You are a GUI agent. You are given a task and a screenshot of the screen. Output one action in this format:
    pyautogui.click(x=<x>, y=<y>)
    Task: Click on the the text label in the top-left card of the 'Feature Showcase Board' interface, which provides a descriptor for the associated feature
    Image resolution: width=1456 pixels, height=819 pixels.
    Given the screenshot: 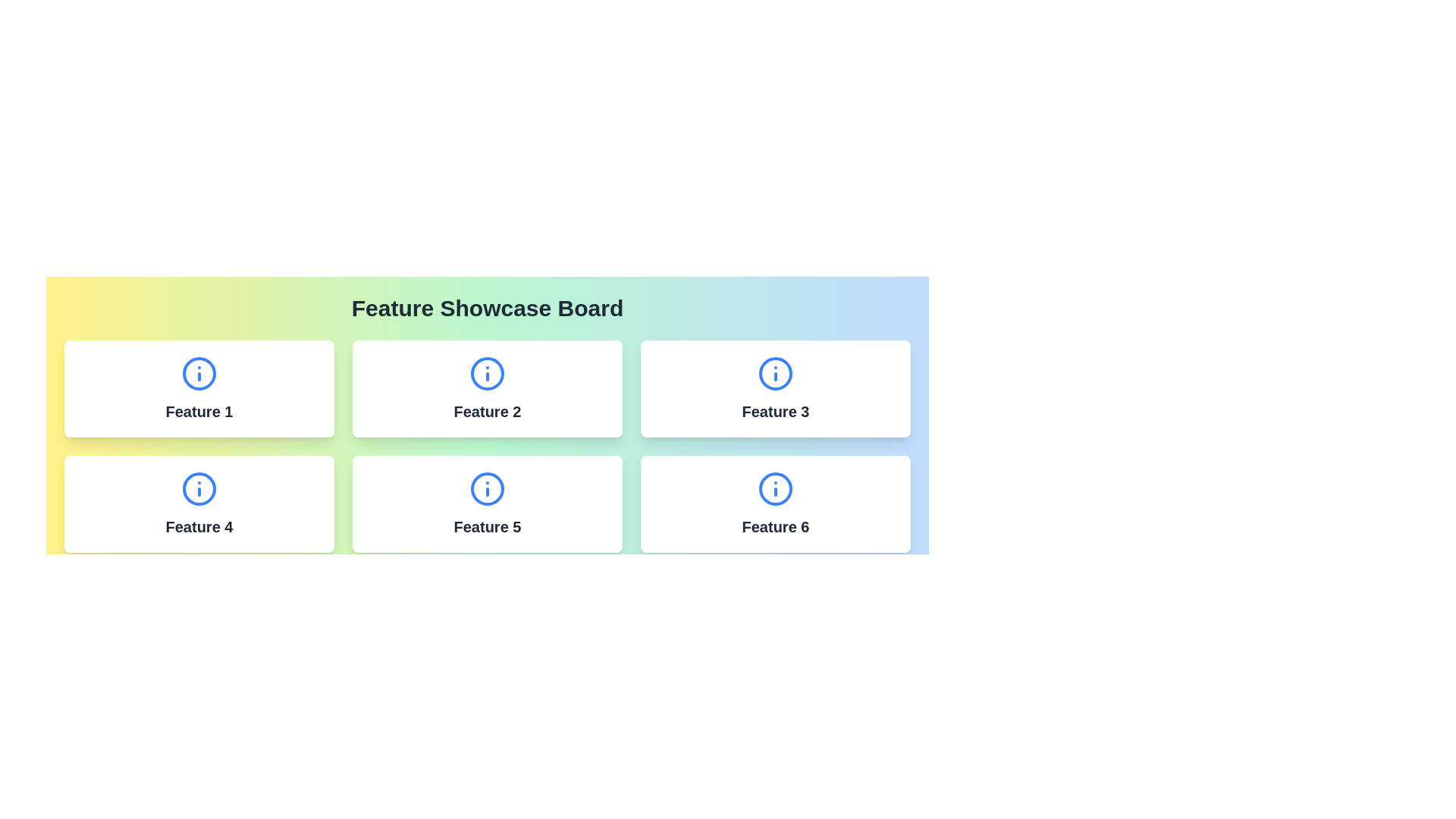 What is the action you would take?
    pyautogui.click(x=199, y=412)
    